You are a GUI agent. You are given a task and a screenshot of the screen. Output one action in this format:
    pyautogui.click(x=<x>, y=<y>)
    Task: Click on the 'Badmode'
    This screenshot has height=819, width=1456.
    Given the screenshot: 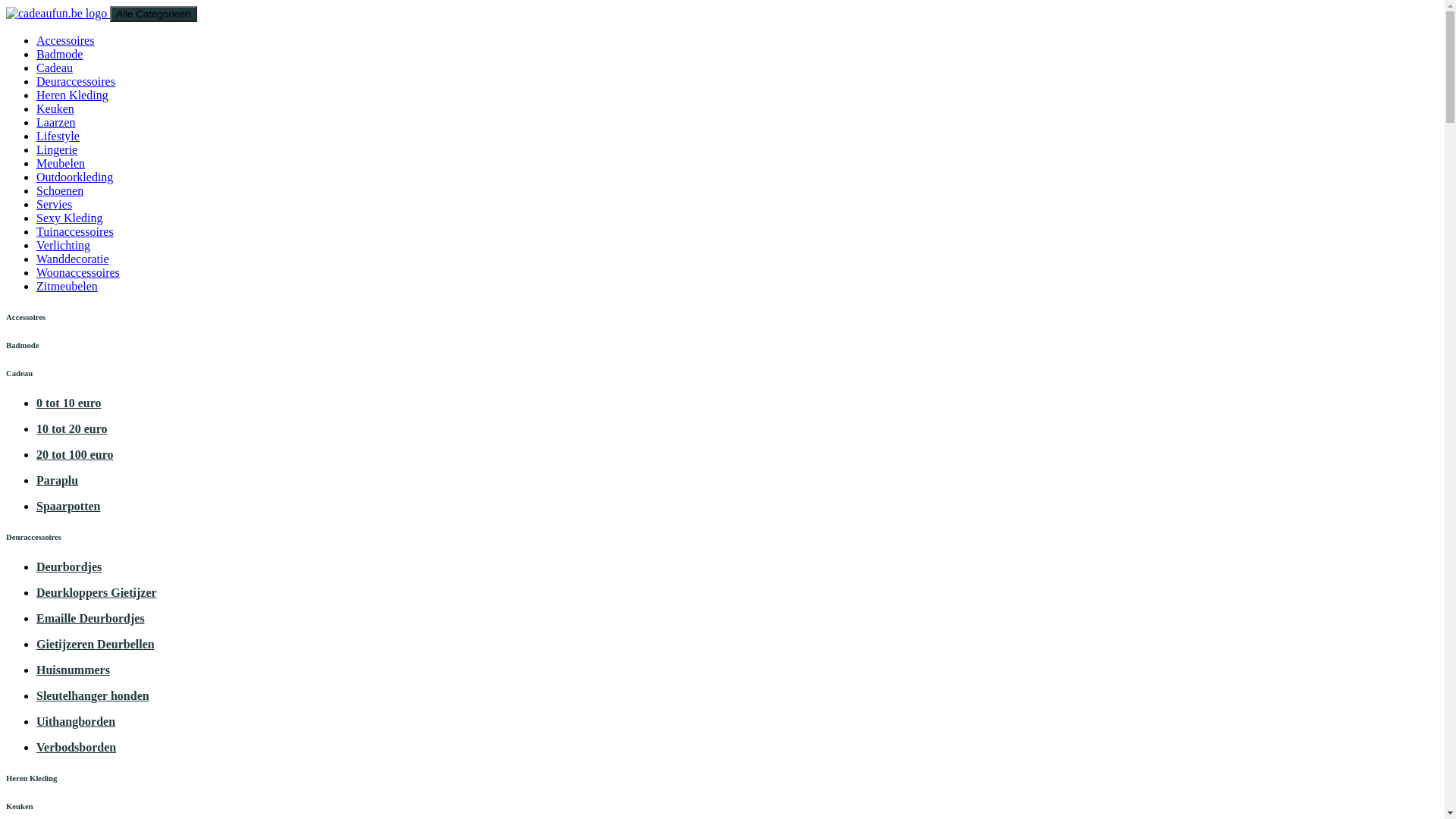 What is the action you would take?
    pyautogui.click(x=59, y=53)
    